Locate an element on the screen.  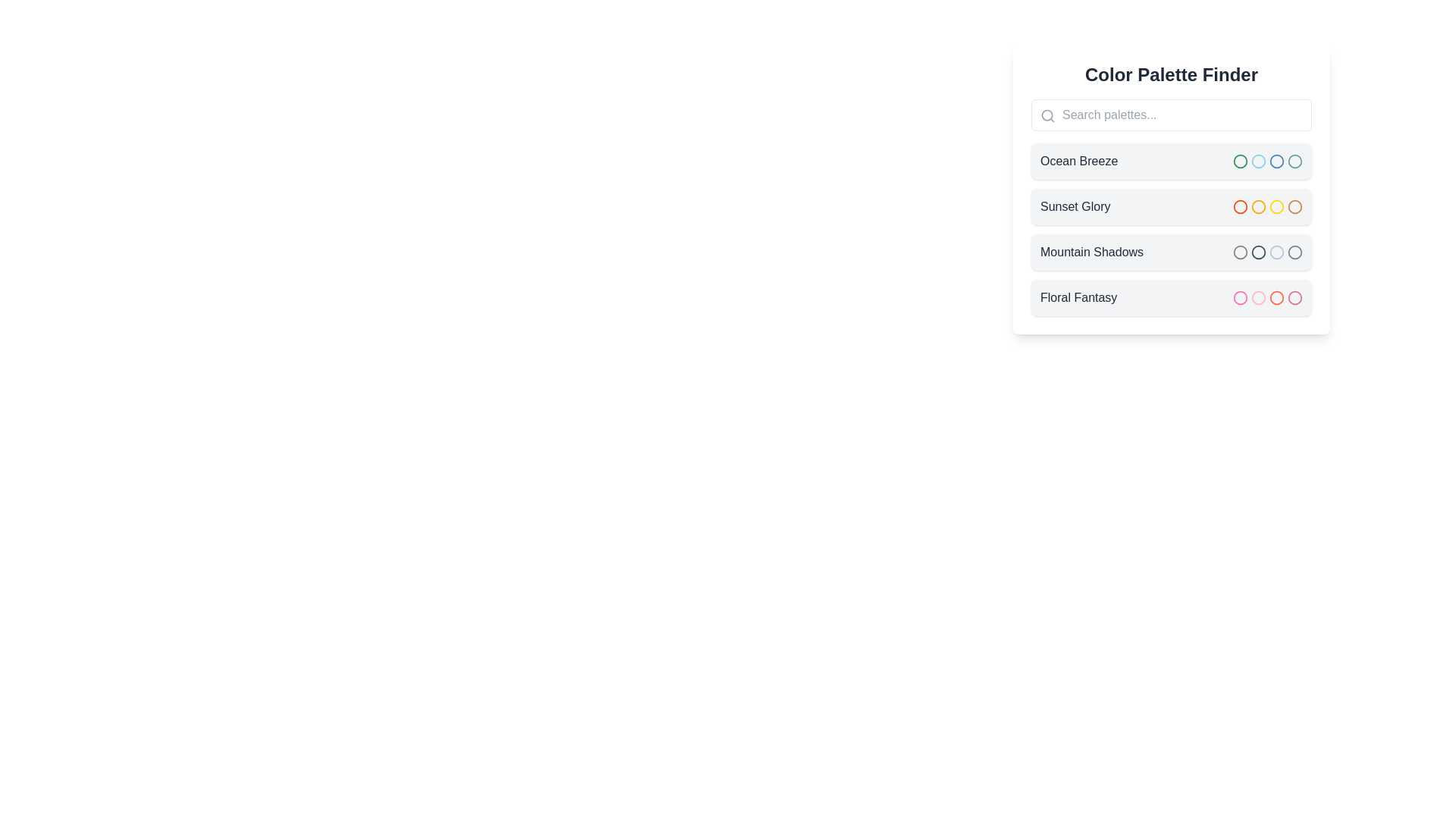
the circular graphic styled as a vector in the 'Mountain Shadows' palette within the color palette finder interface, located in the third item of the list is located at coordinates (1241, 251).